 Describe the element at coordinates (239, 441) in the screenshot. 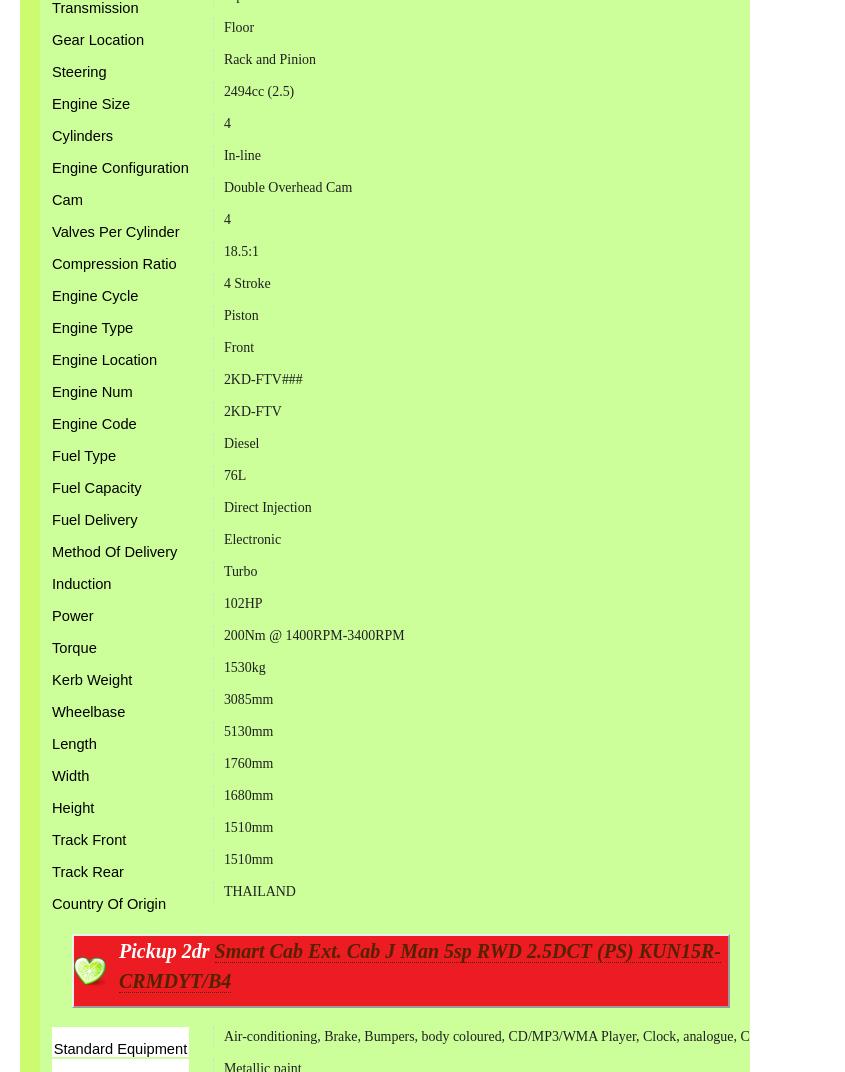

I see `'Diesel'` at that location.